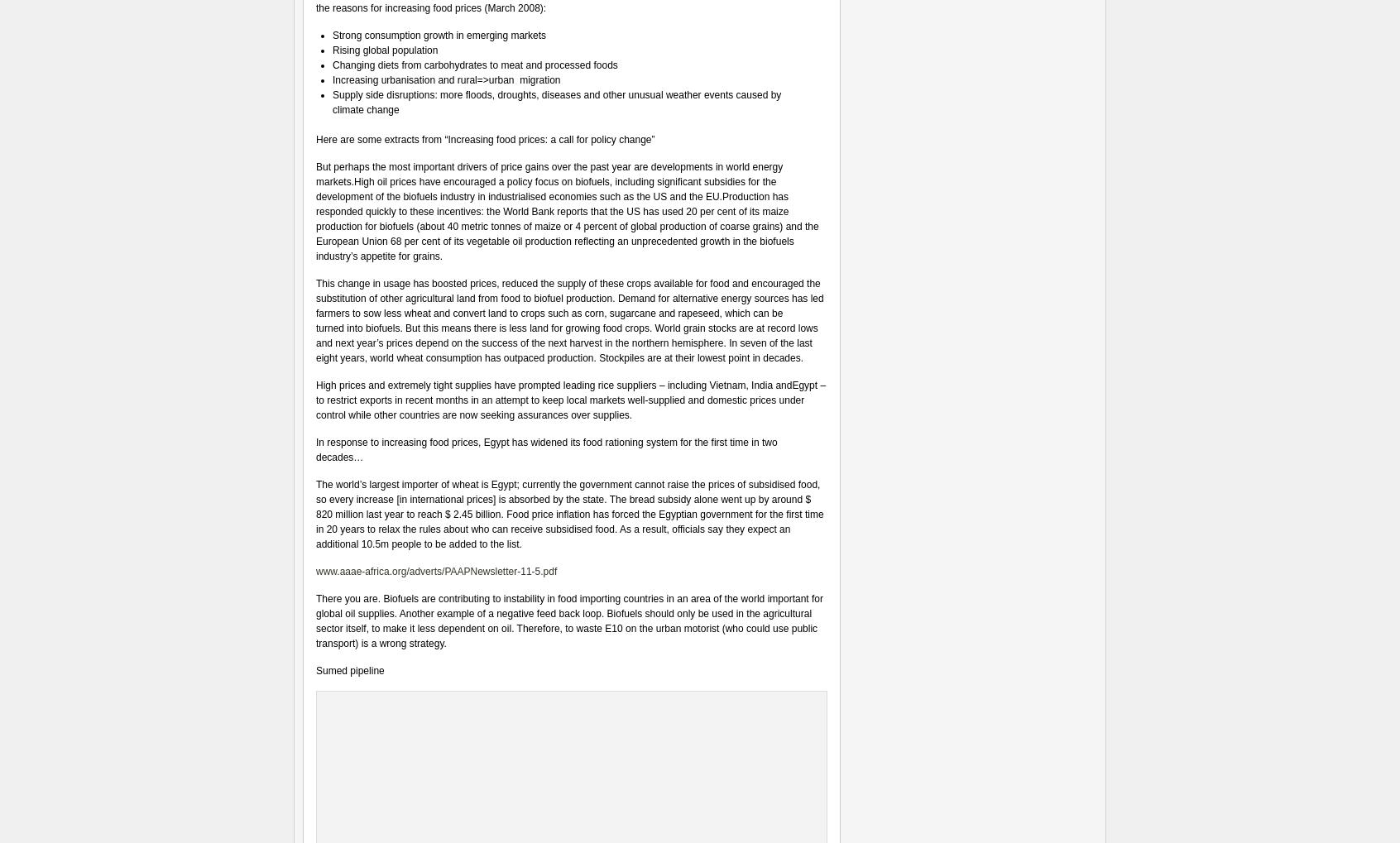  I want to click on 'Here are some extracts from “Increasing food prices: a call for policy change”', so click(484, 139).